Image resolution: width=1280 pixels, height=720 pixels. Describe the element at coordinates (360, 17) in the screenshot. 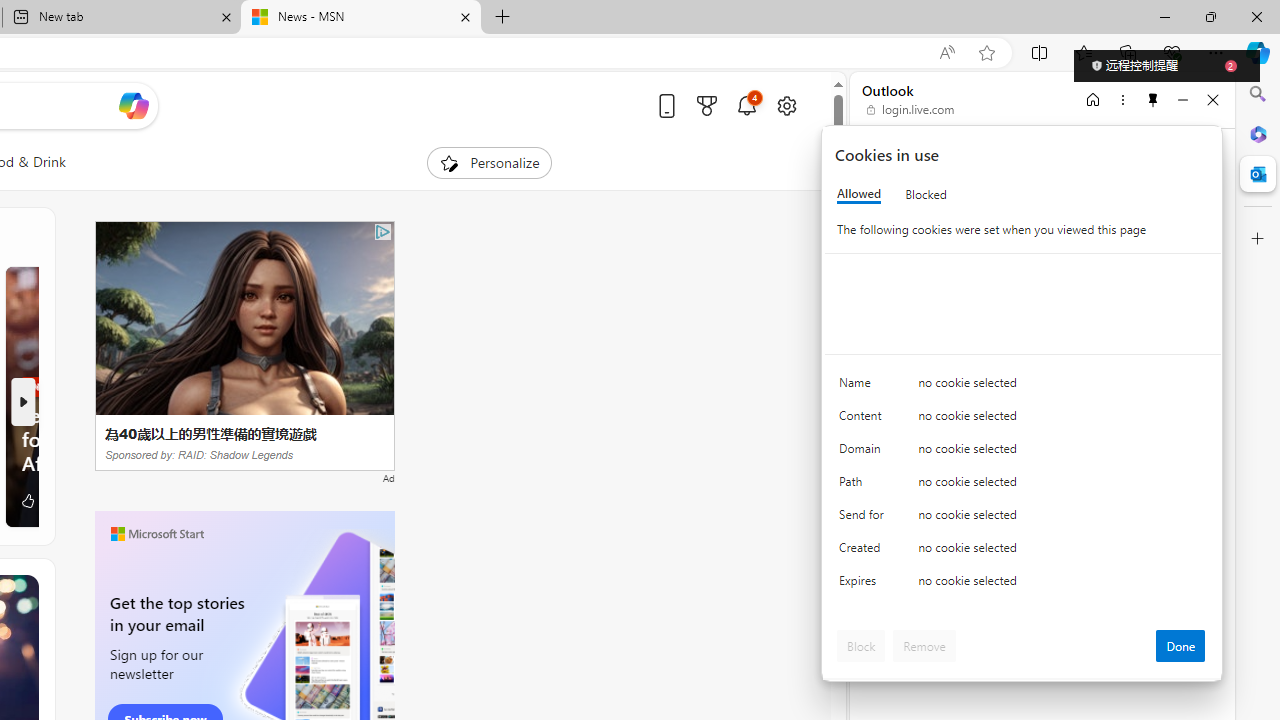

I see `'News - MSN'` at that location.